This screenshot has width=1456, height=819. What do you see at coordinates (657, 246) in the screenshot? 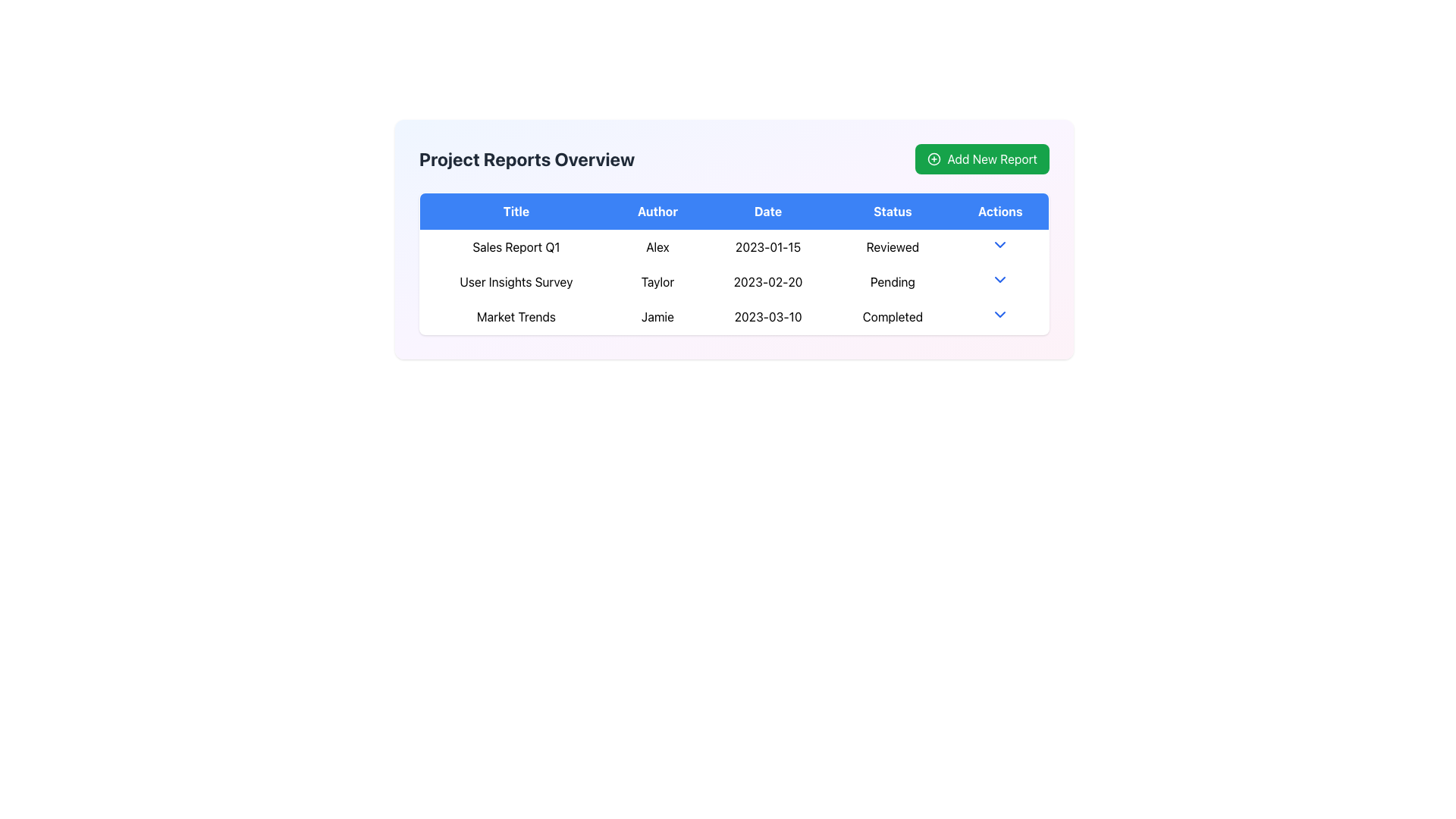
I see `text content of the text label displaying 'Alex', which is the second item in the row under the 'Author' column of the table-like structure` at bounding box center [657, 246].